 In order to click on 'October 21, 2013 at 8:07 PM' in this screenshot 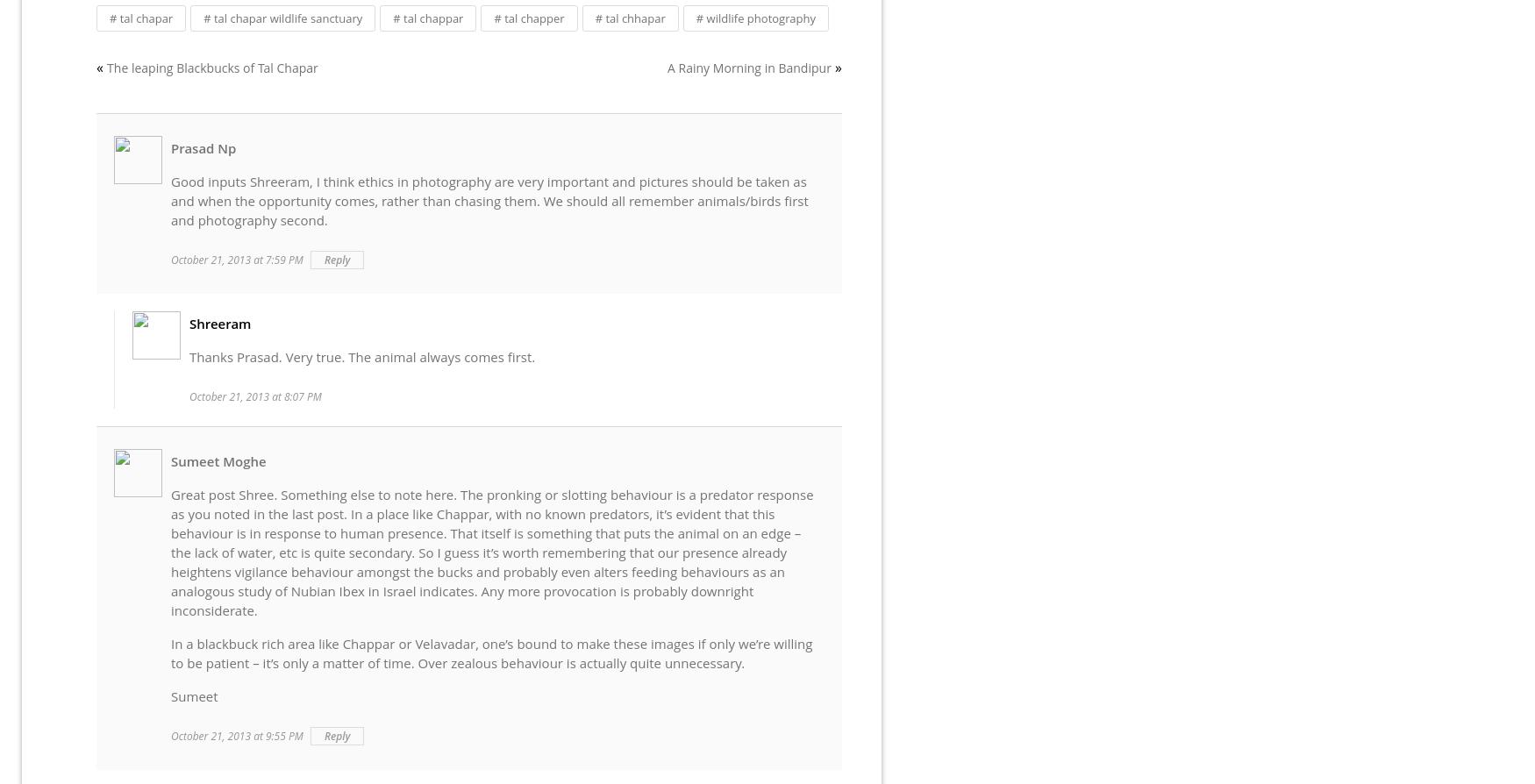, I will do `click(254, 396)`.